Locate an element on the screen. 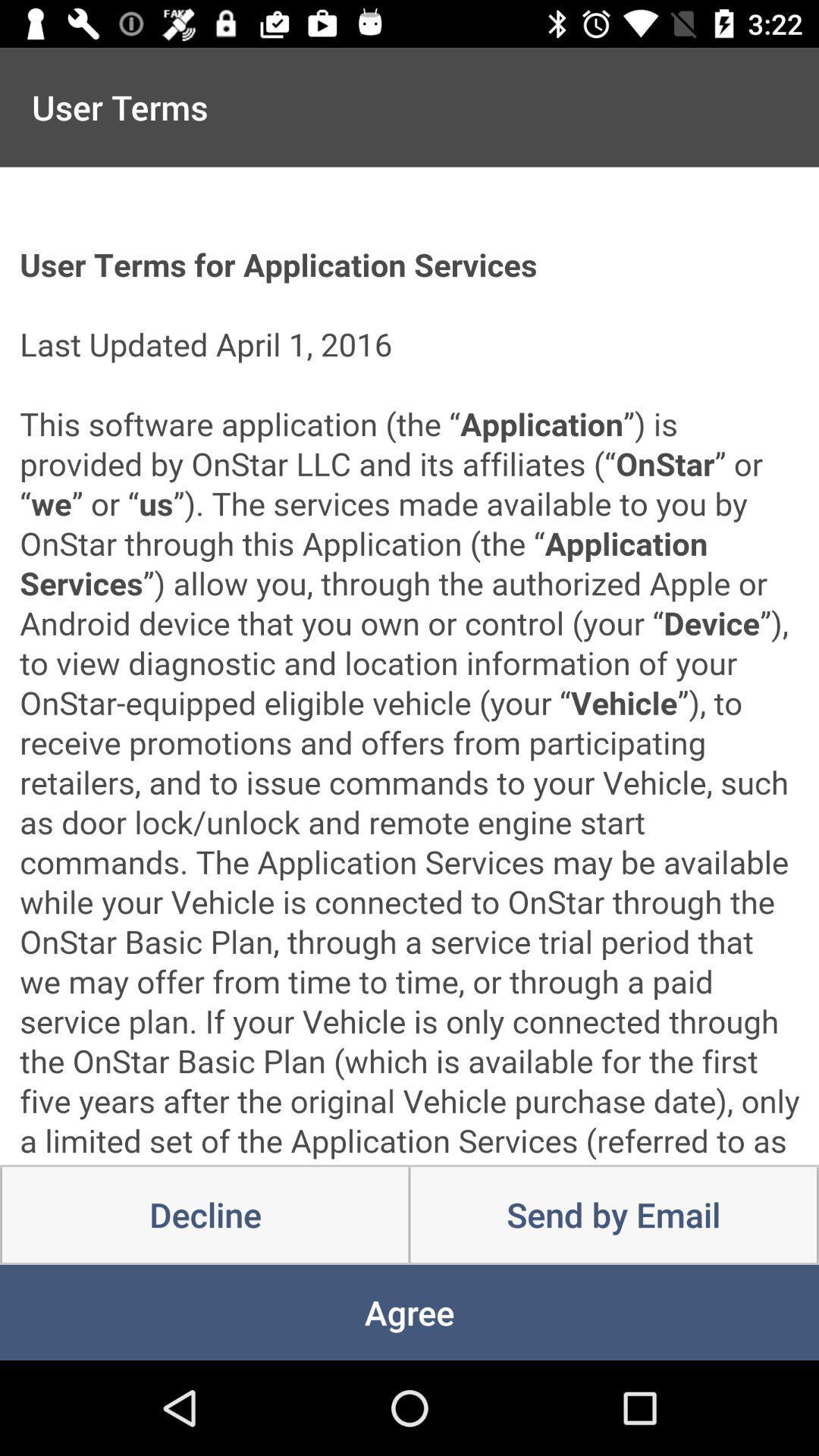 The image size is (819, 1456). the agree is located at coordinates (409, 1312).